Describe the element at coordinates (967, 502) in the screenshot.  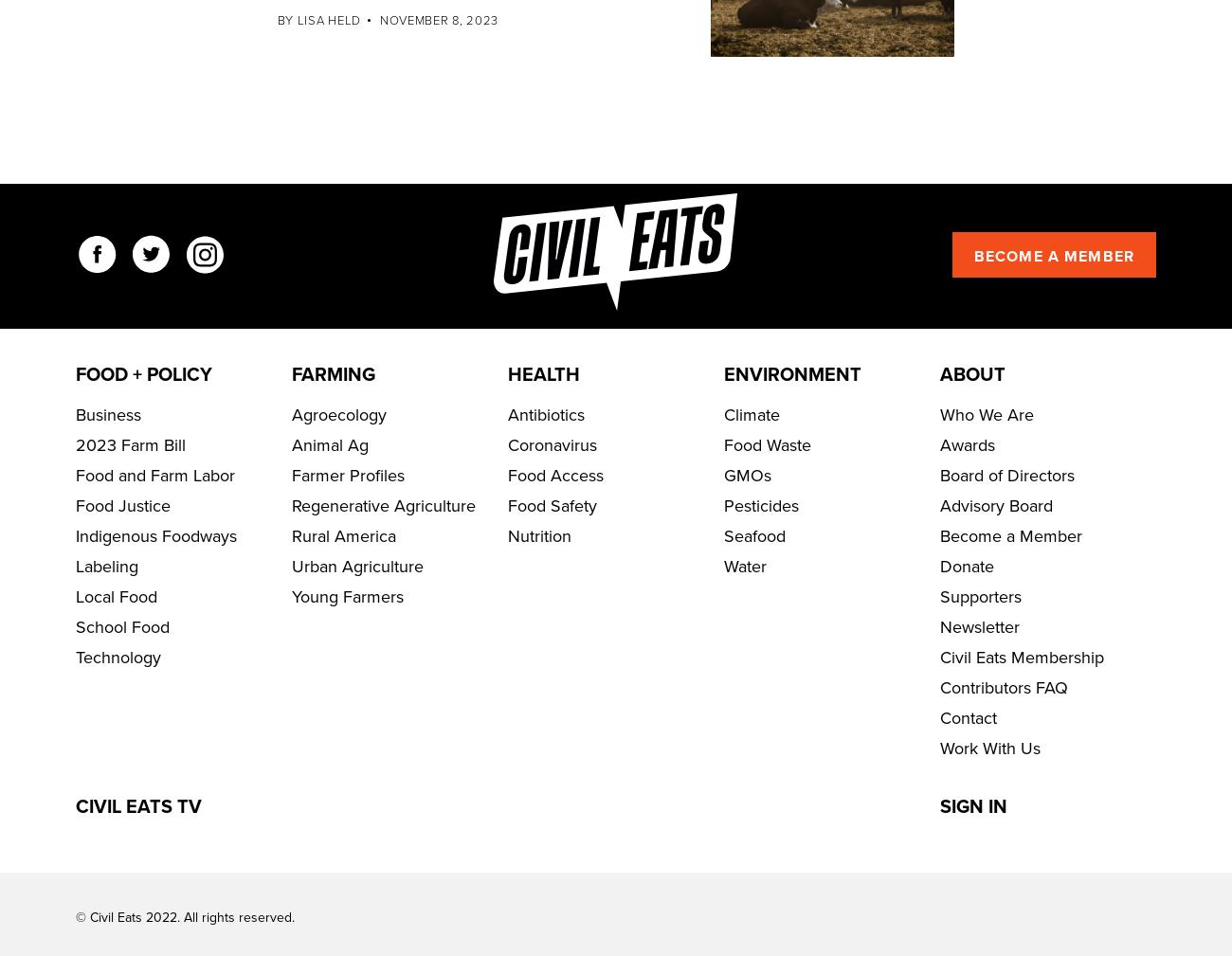
I see `'Awards'` at that location.